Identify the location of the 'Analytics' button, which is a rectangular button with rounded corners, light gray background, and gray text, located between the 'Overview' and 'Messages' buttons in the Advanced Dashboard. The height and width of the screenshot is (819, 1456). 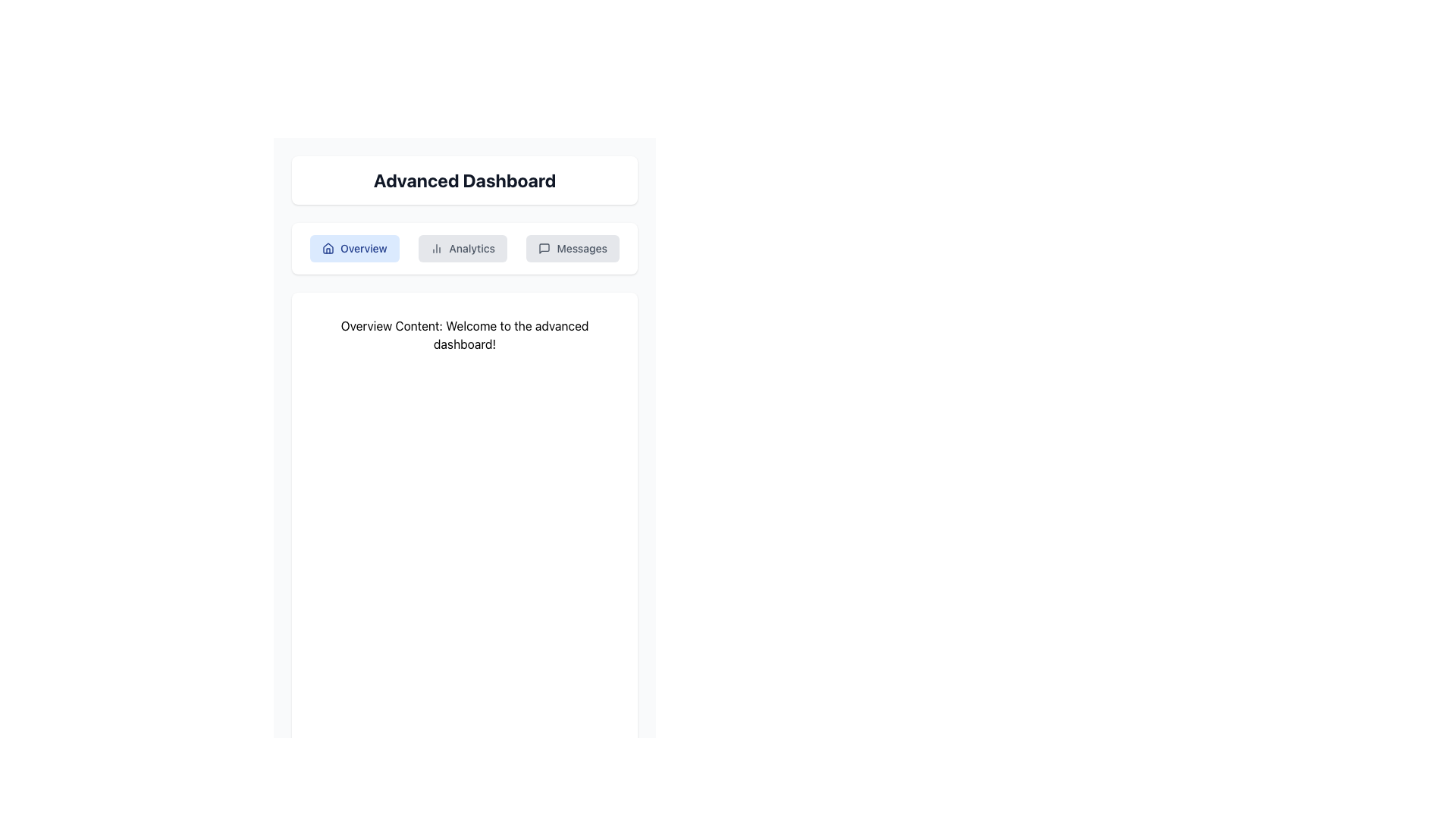
(462, 247).